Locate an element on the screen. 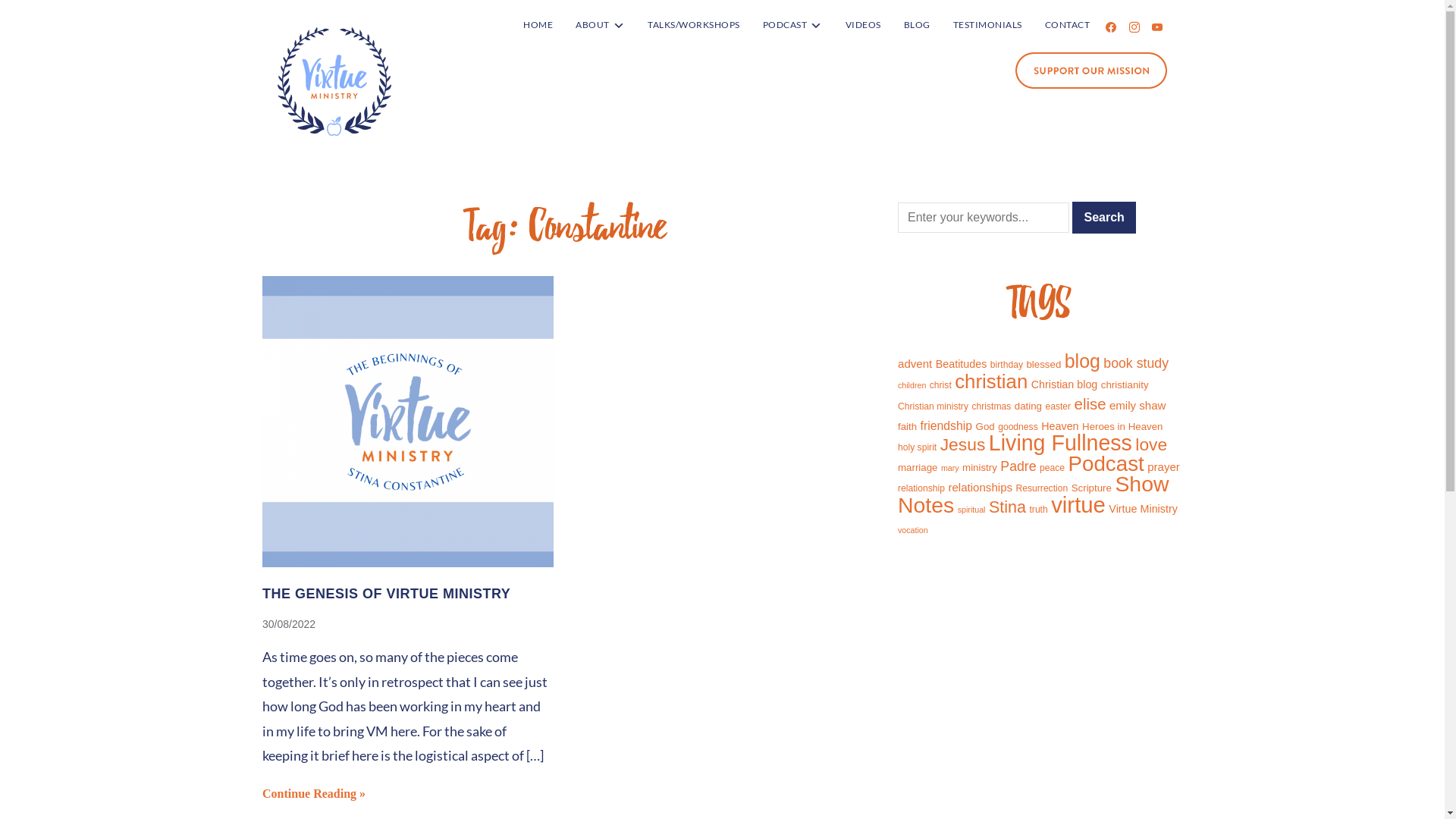 The width and height of the screenshot is (1456, 819). 'TESTIMONIALS' is located at coordinates (952, 25).